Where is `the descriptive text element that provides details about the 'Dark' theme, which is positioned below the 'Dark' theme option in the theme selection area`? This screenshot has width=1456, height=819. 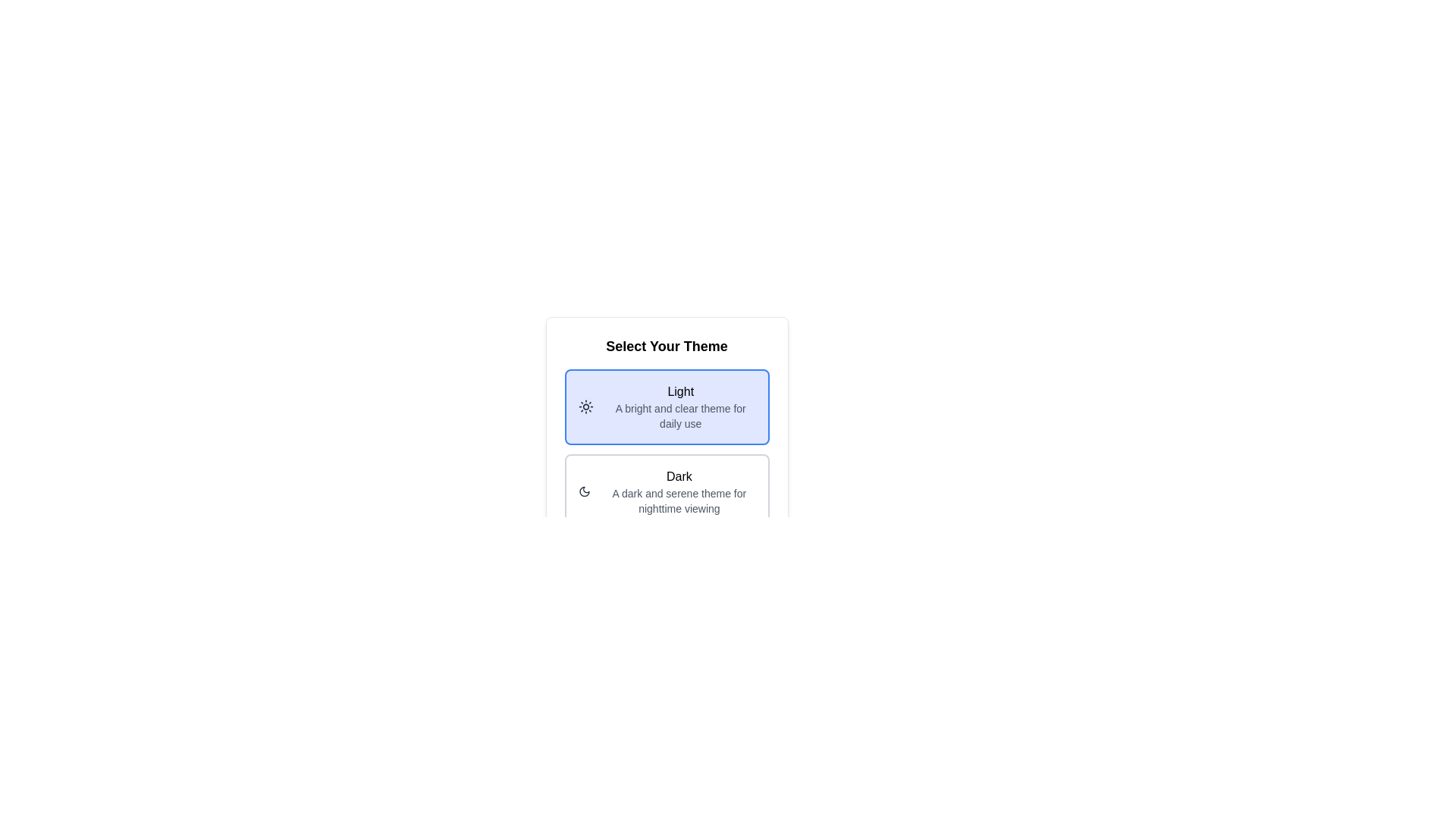
the descriptive text element that provides details about the 'Dark' theme, which is positioned below the 'Dark' theme option in the theme selection area is located at coordinates (678, 500).